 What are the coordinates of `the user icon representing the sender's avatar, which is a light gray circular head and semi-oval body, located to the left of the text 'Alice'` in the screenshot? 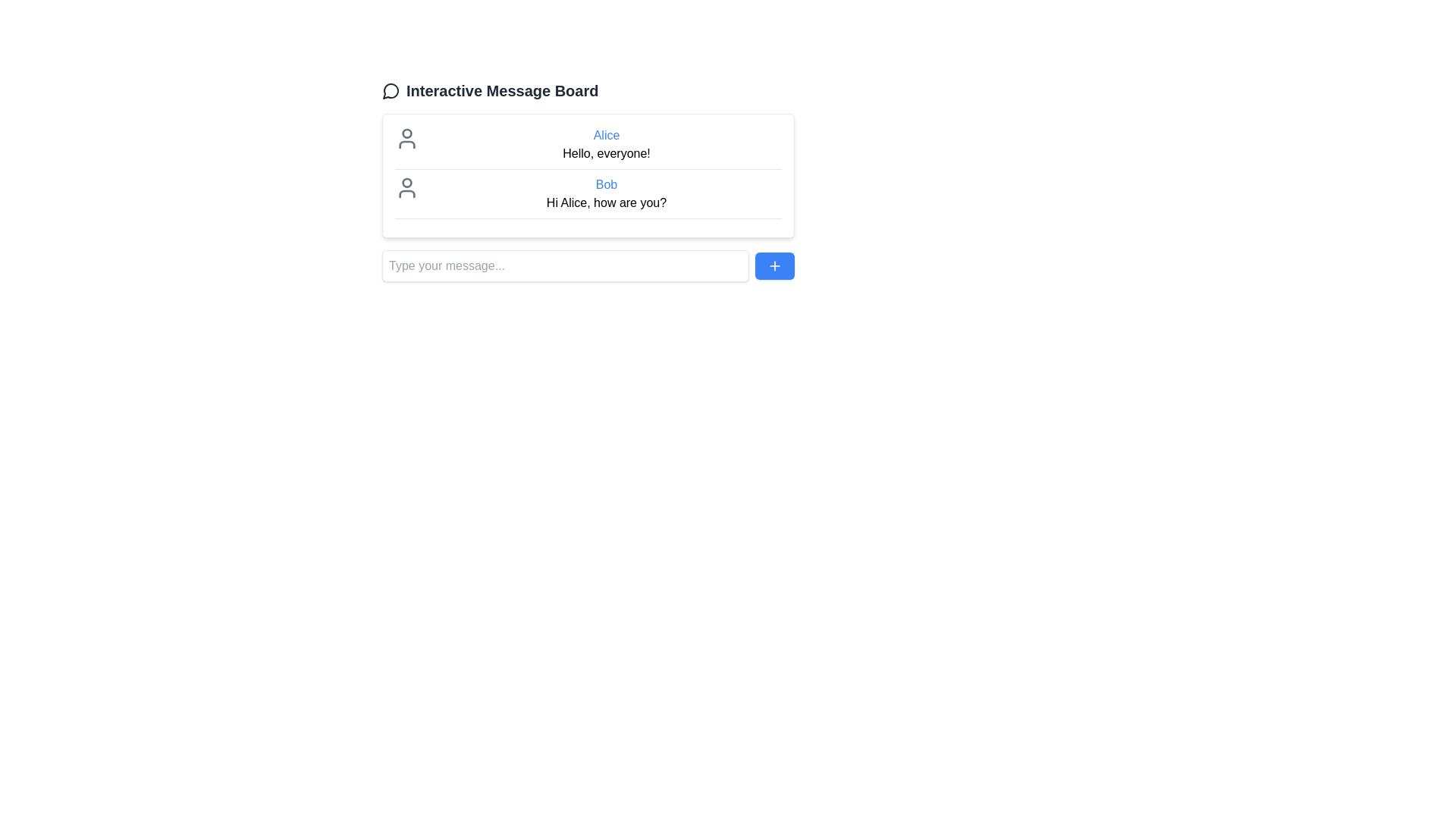 It's located at (407, 138).